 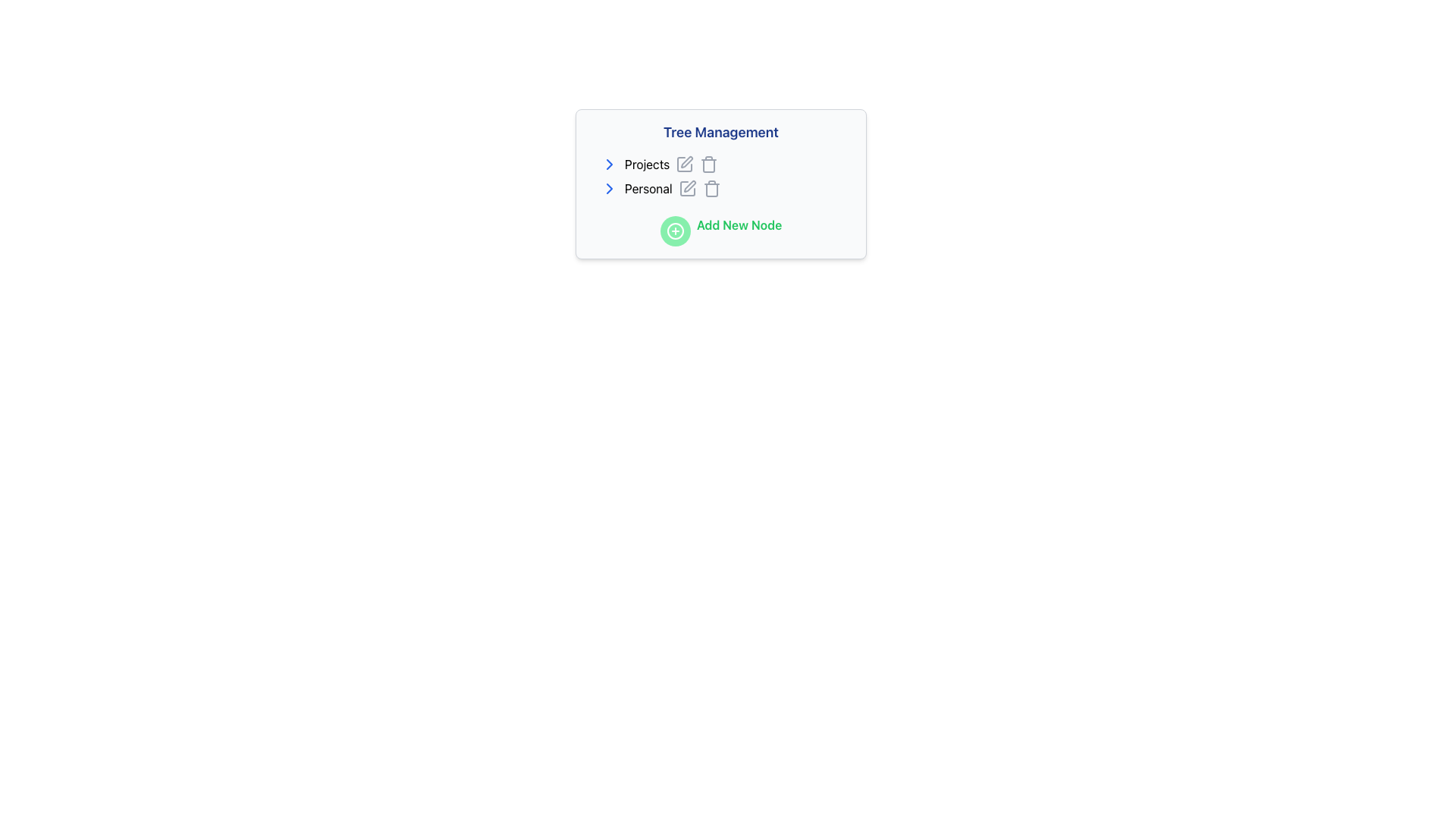 I want to click on the trash bin icon element that represents the delete action in the interface, located next to the 'Projects' text, so click(x=708, y=166).